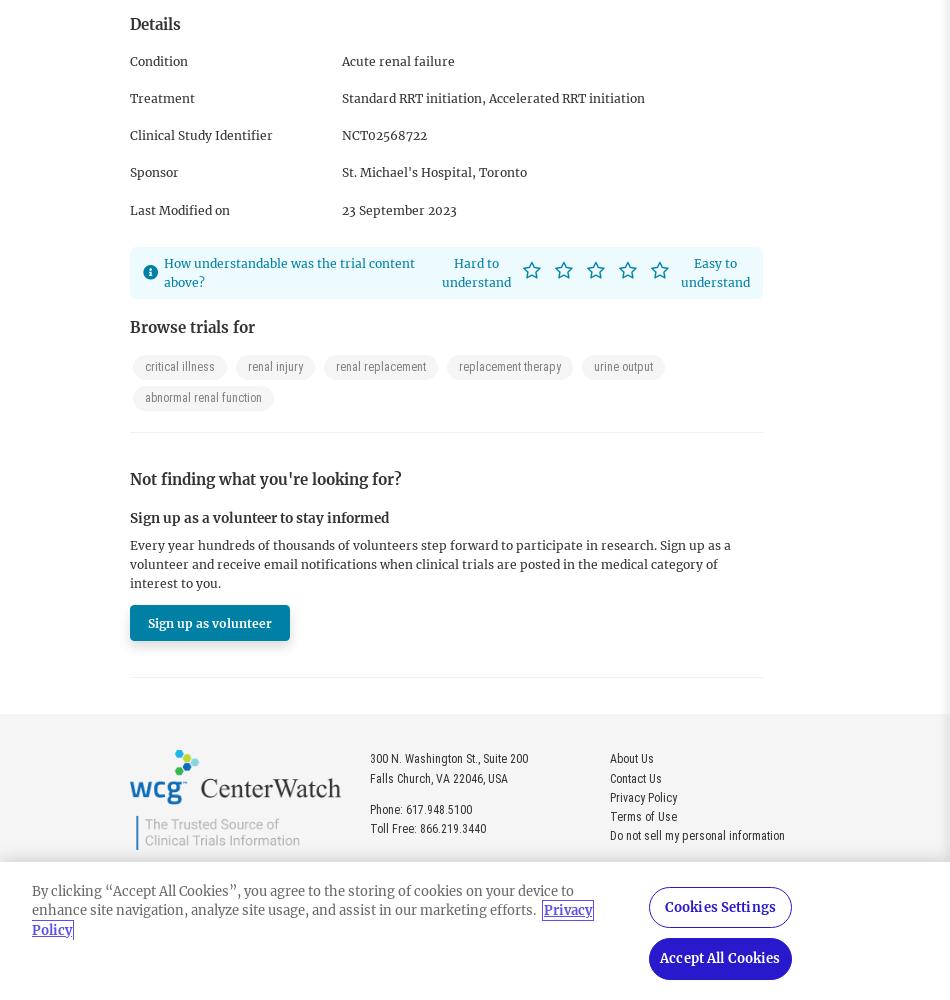 This screenshot has height=1000, width=950. I want to click on 'renal replacement', so click(380, 365).